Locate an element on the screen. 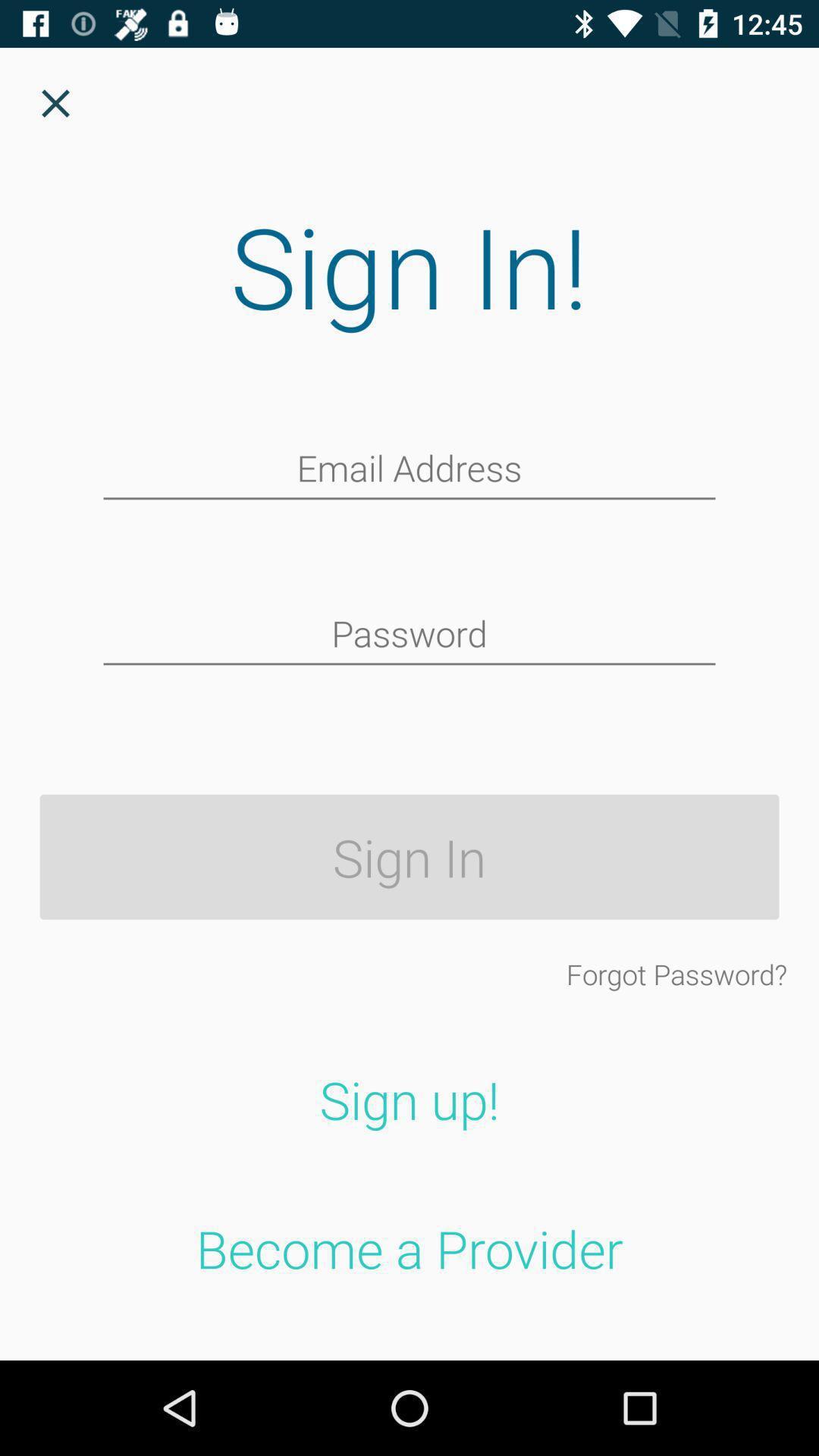  item below sign in! icon is located at coordinates (409, 469).